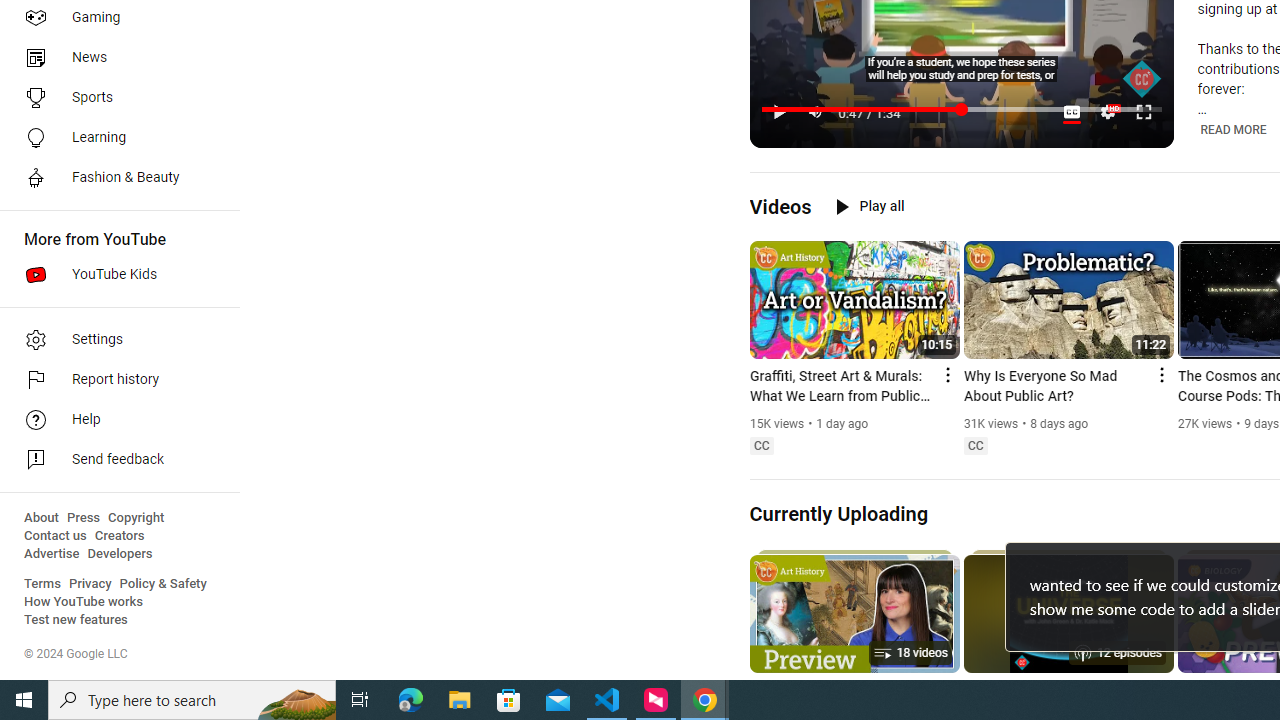 This screenshot has height=720, width=1280. I want to click on 'READ MORE', so click(1232, 129).